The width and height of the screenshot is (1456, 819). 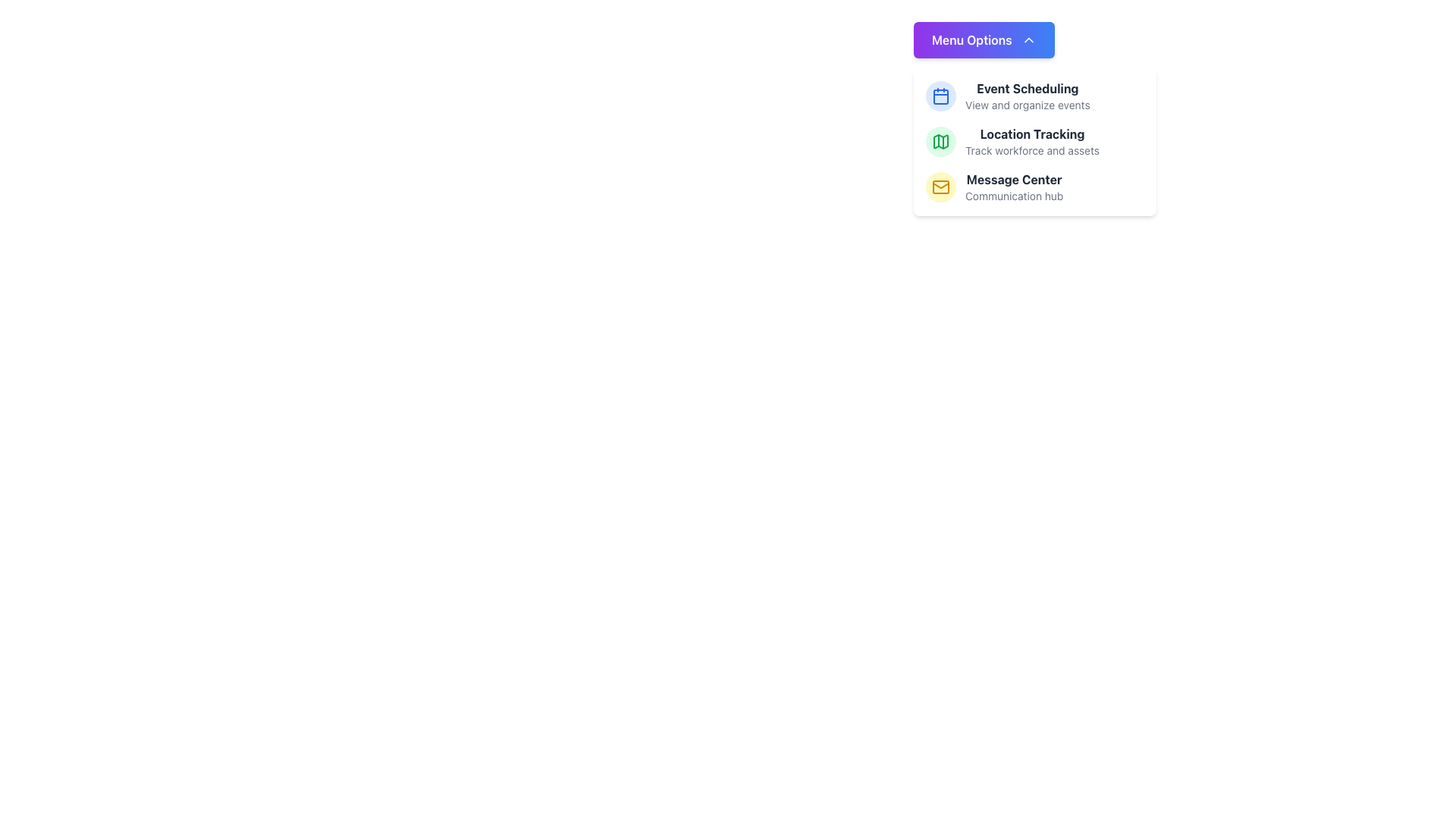 What do you see at coordinates (1014, 186) in the screenshot?
I see `the 'Message Center' label, which is the third option in the vertical list of menu options` at bounding box center [1014, 186].